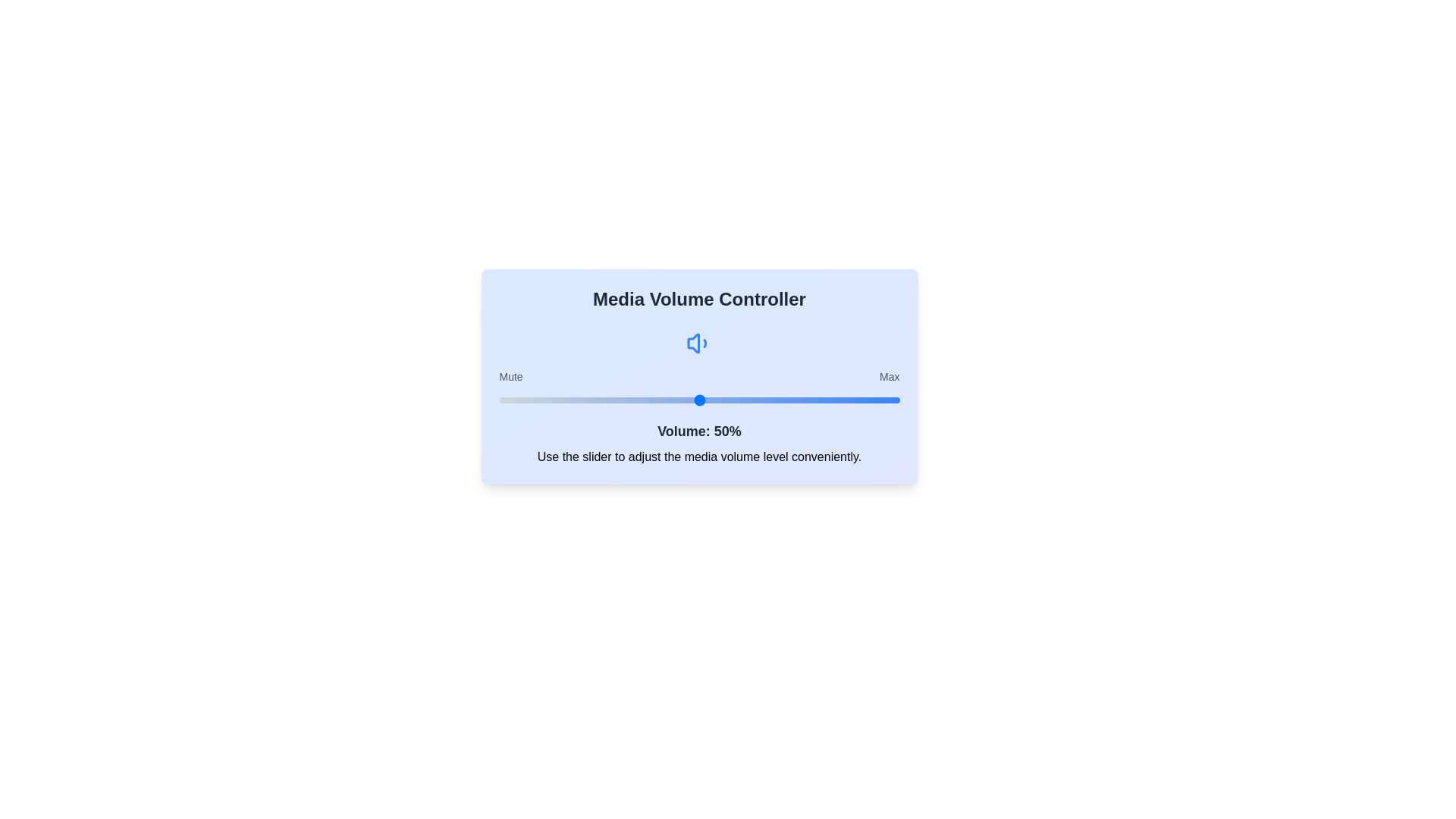 The height and width of the screenshot is (819, 1456). Describe the element at coordinates (764, 400) in the screenshot. I see `the volume to 66% by adjusting the slider` at that location.